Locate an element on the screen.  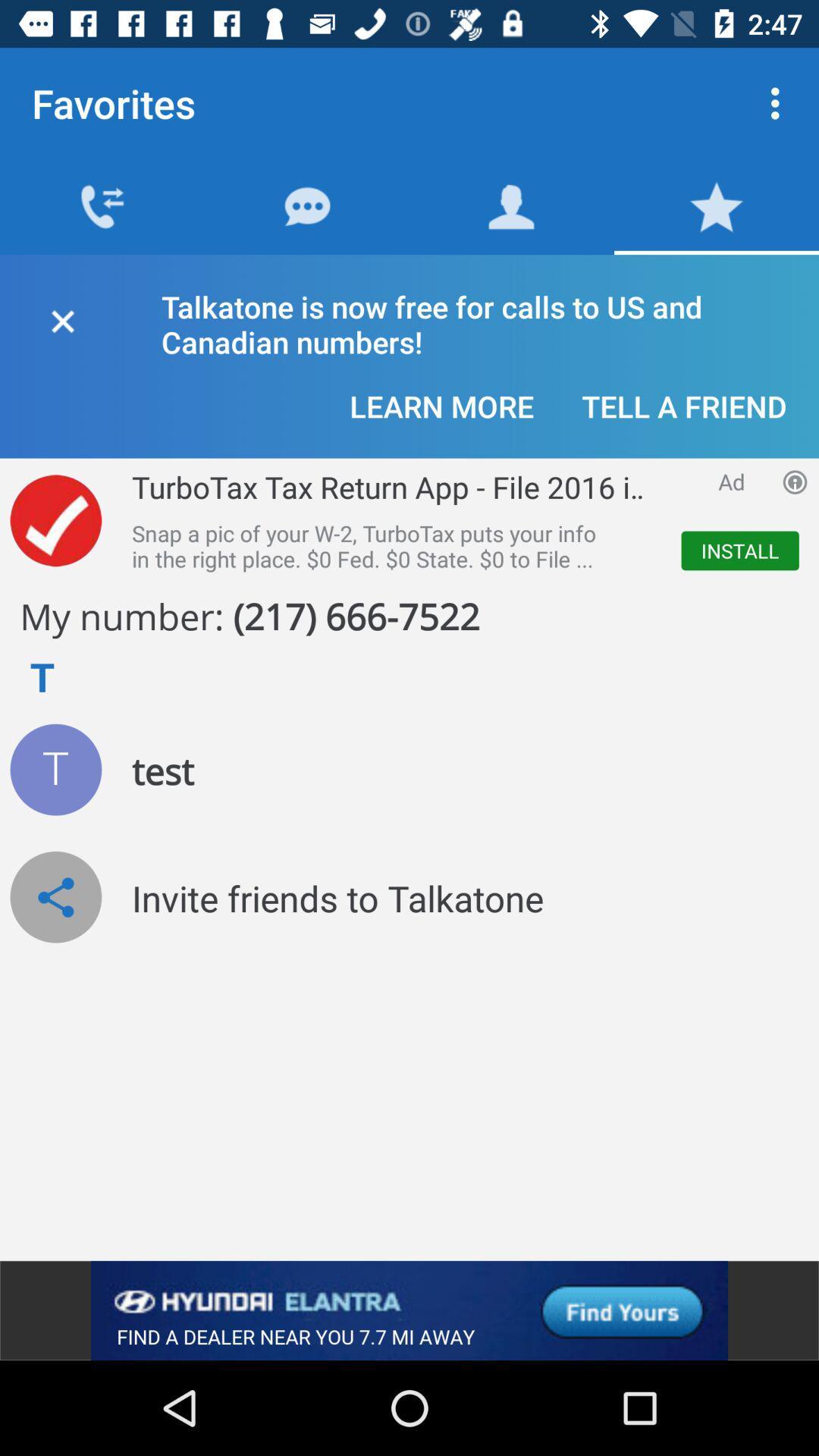
done option is located at coordinates (55, 520).